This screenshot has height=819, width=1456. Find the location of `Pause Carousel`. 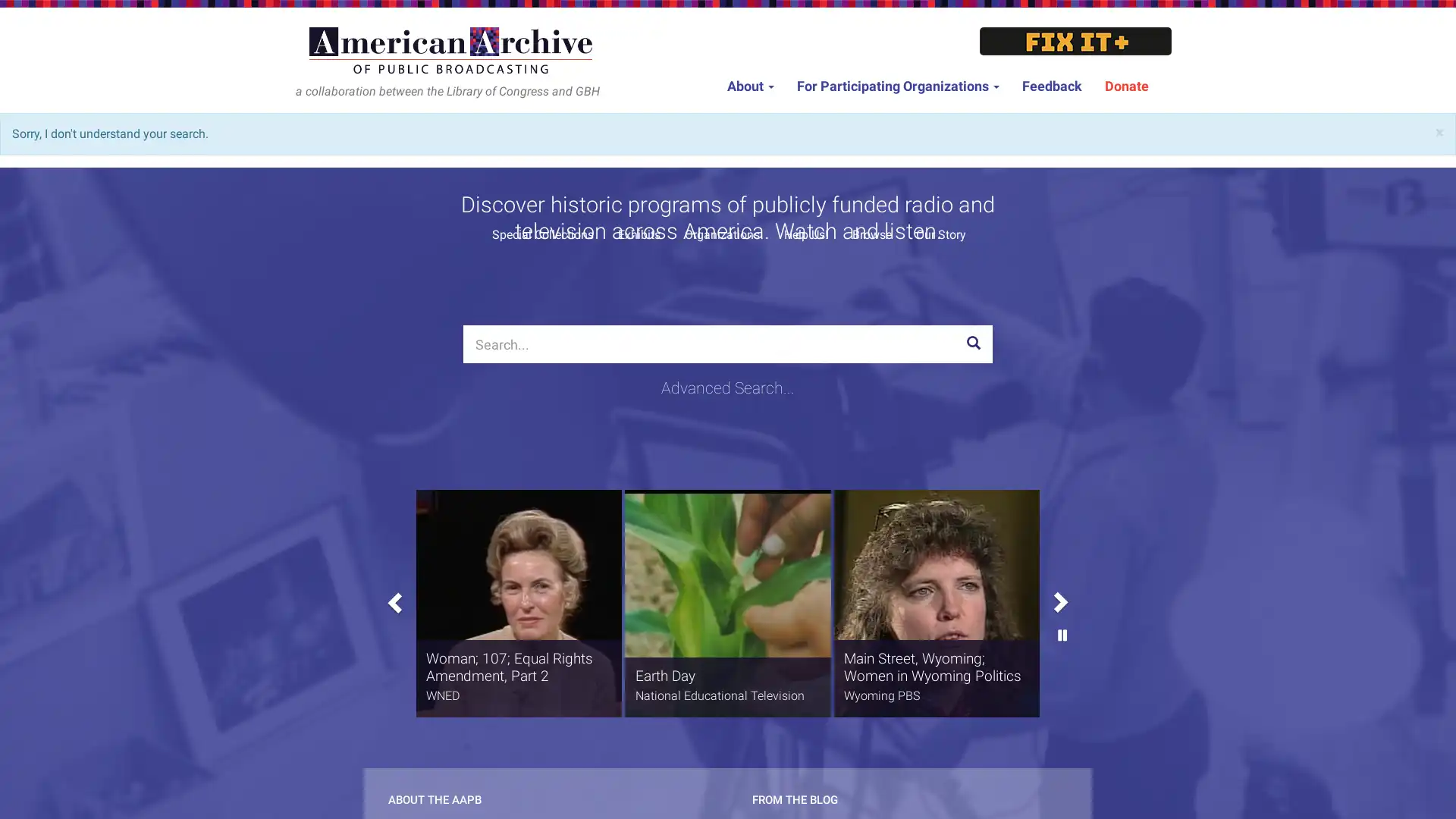

Pause Carousel is located at coordinates (1062, 685).